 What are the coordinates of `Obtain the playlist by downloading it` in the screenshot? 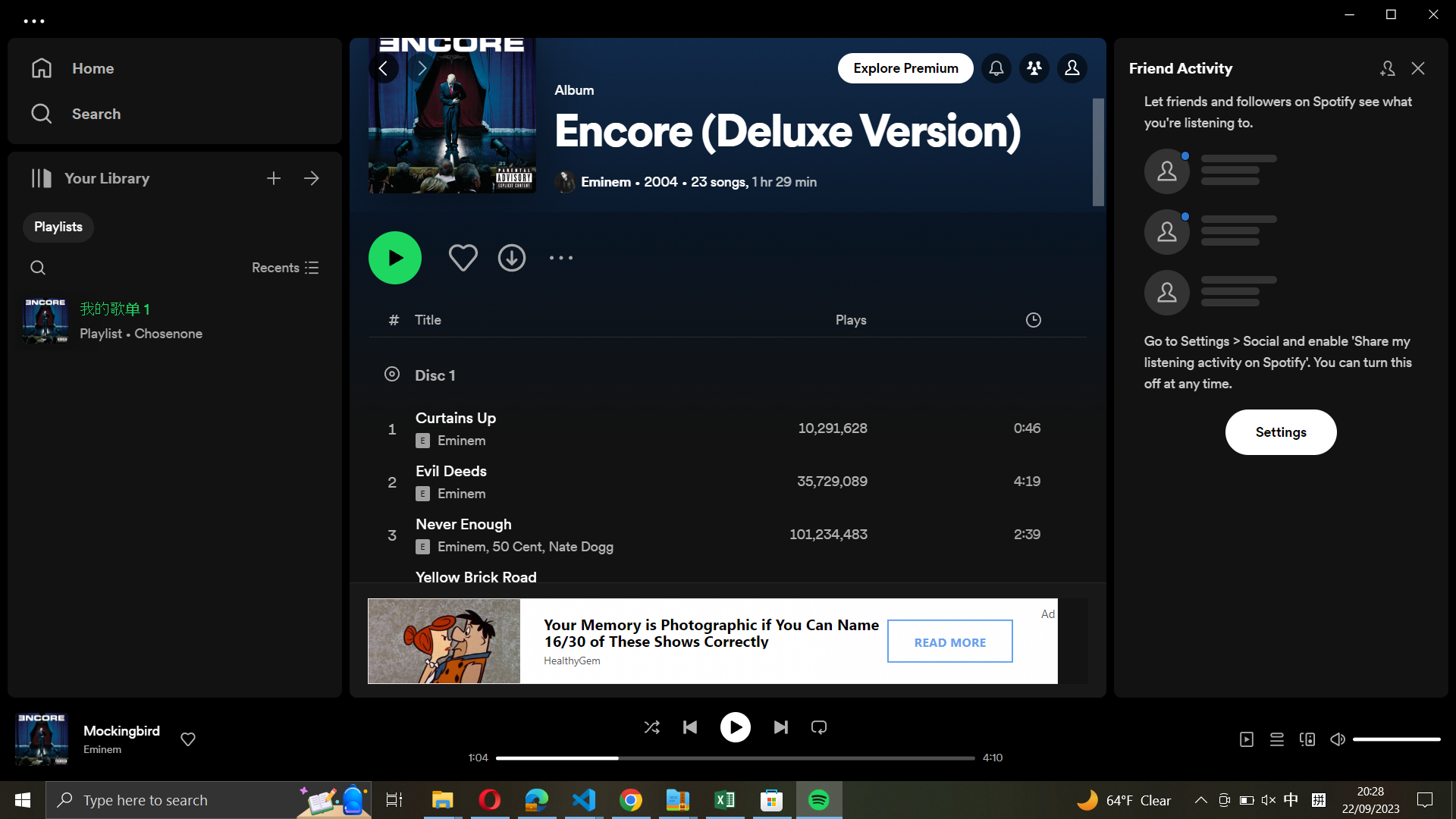 It's located at (513, 255).